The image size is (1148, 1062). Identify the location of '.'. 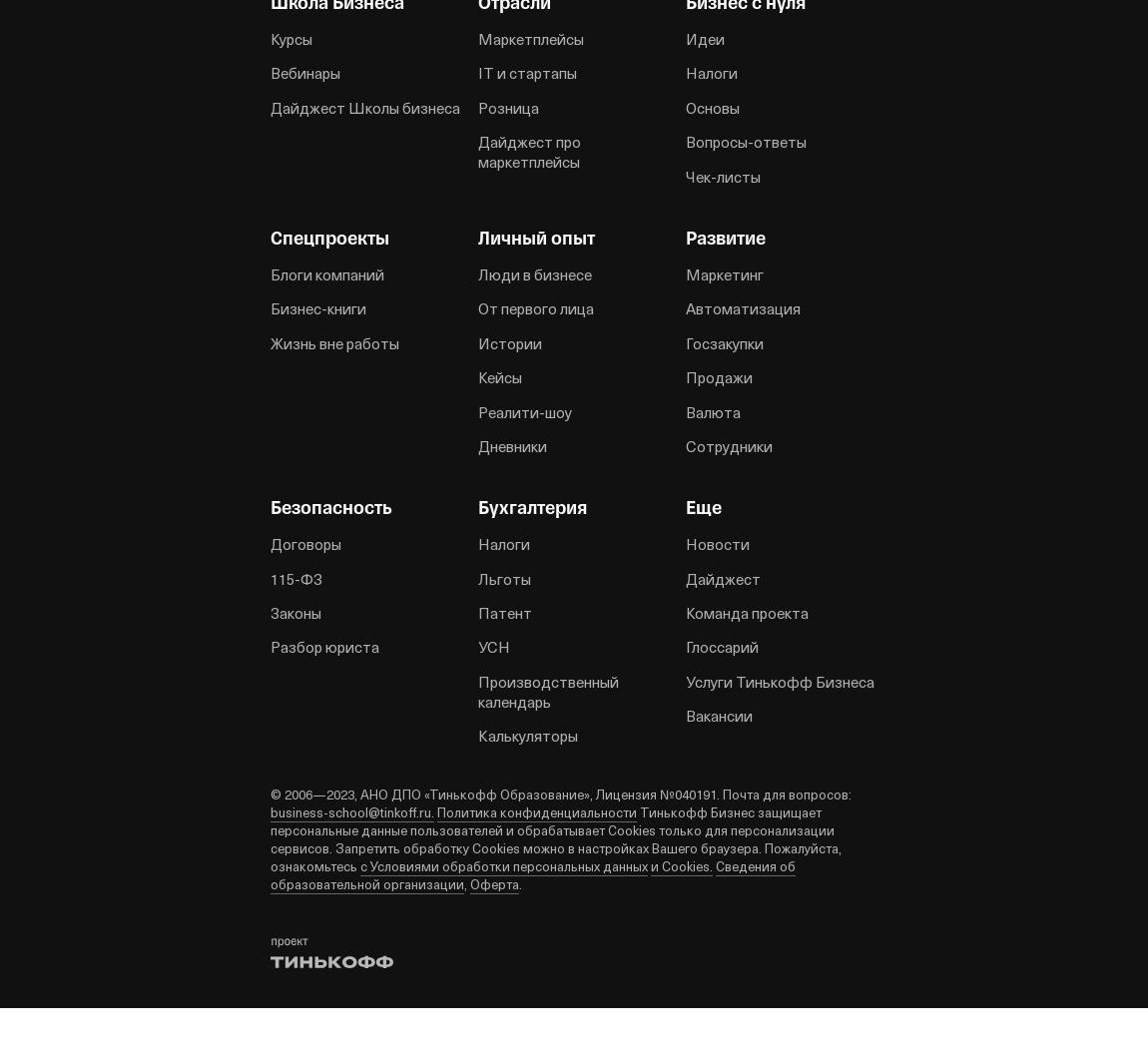
(519, 883).